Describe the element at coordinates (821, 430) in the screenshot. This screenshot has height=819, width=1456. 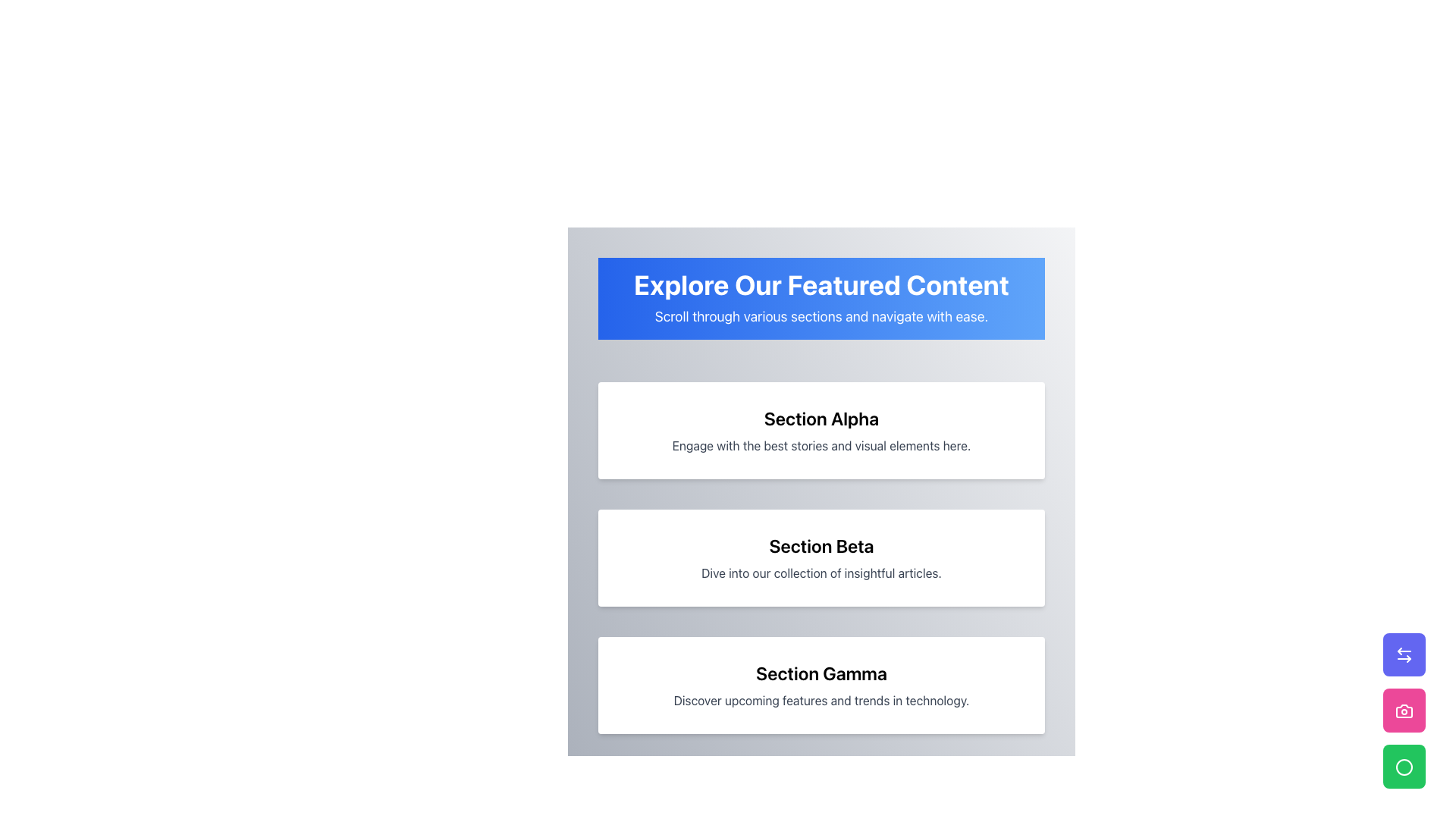
I see `text content from the text box that serves as a section header and introduction for 'Section Alpha', located below the blue header titled 'Explore Our Featured Content'` at that location.